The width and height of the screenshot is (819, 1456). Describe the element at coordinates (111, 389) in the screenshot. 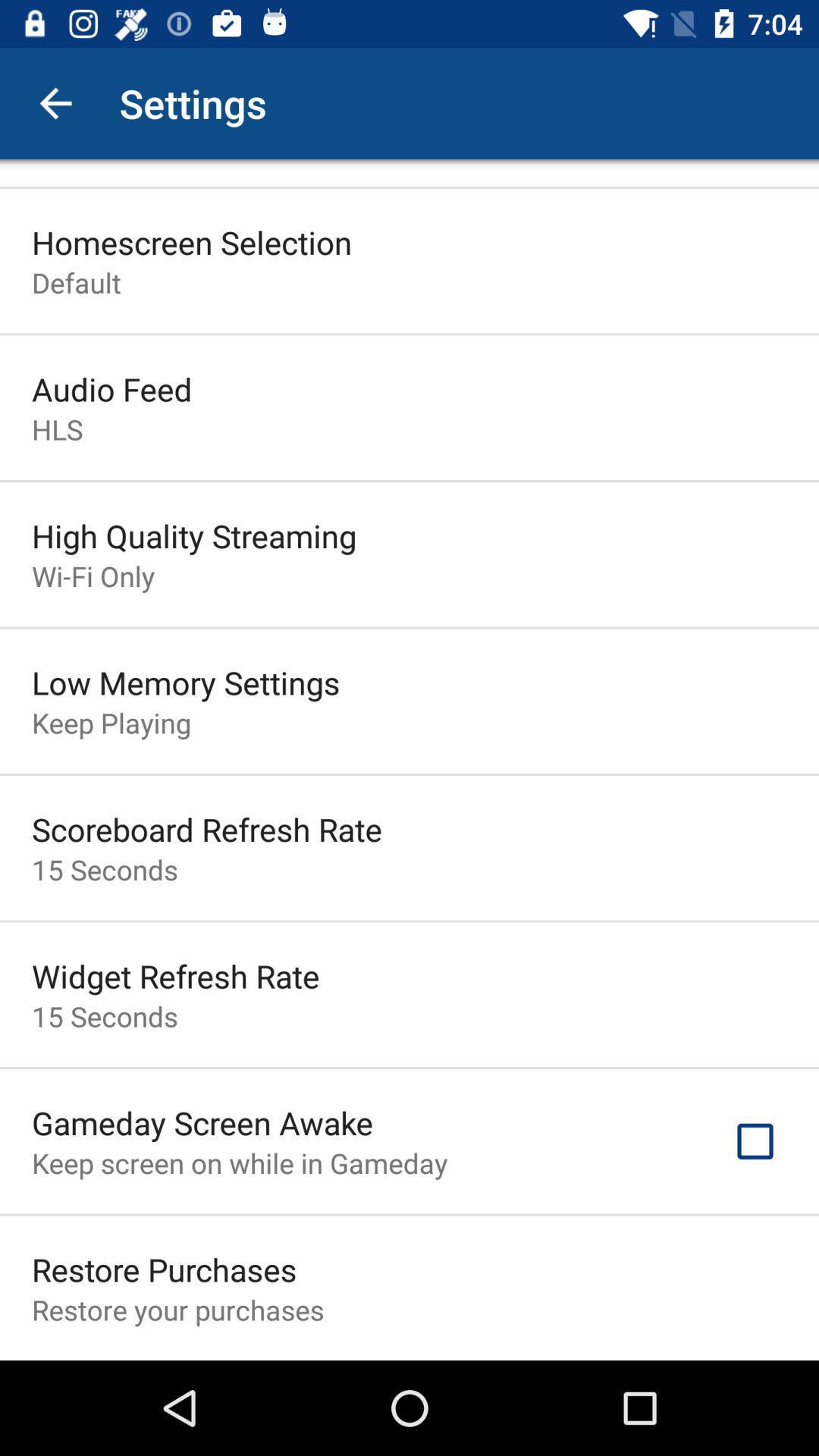

I see `item above hls` at that location.